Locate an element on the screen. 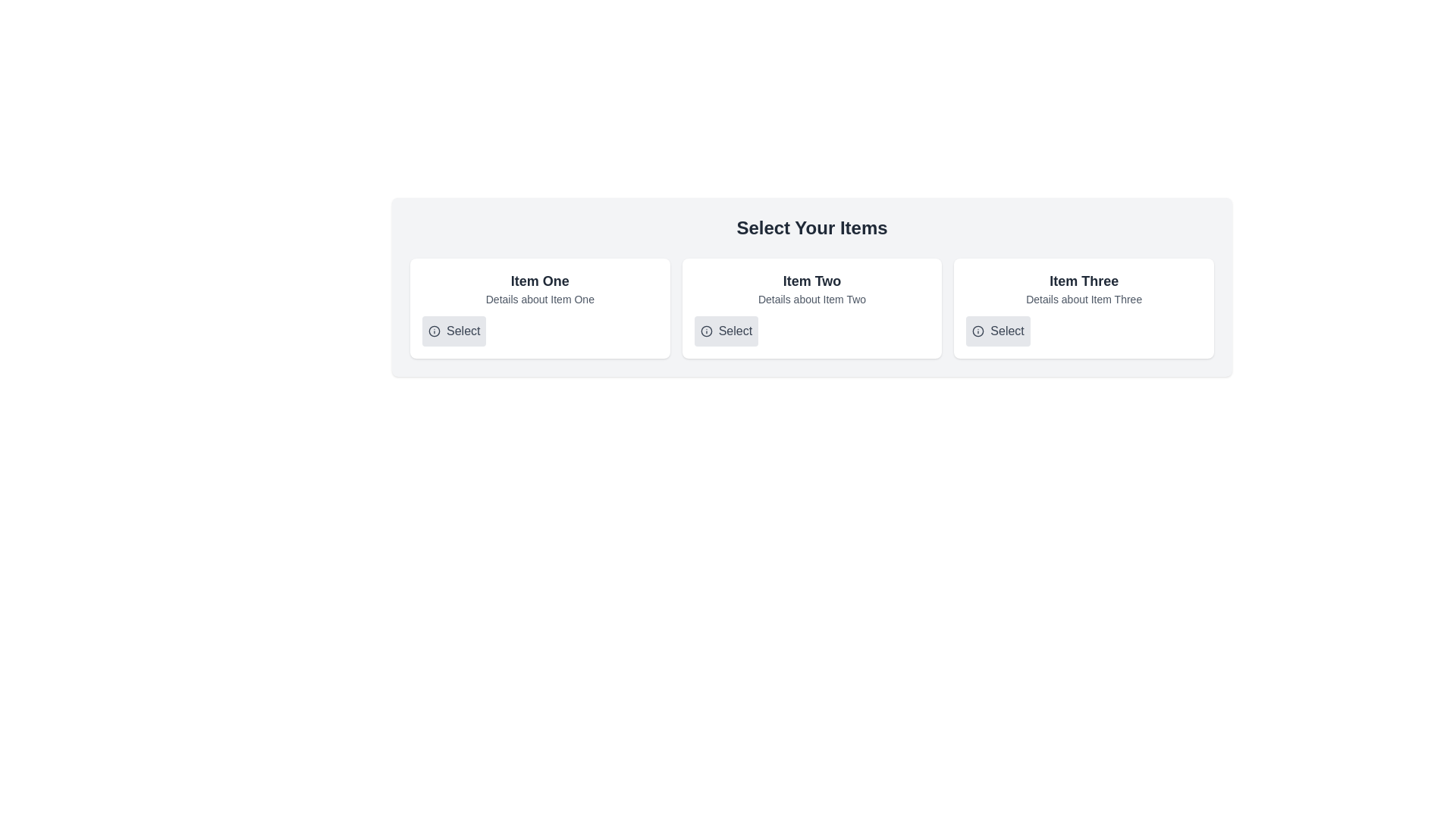  text displayed in bold font 'Item One' located at the top of the first card in a set of three cards is located at coordinates (540, 281).